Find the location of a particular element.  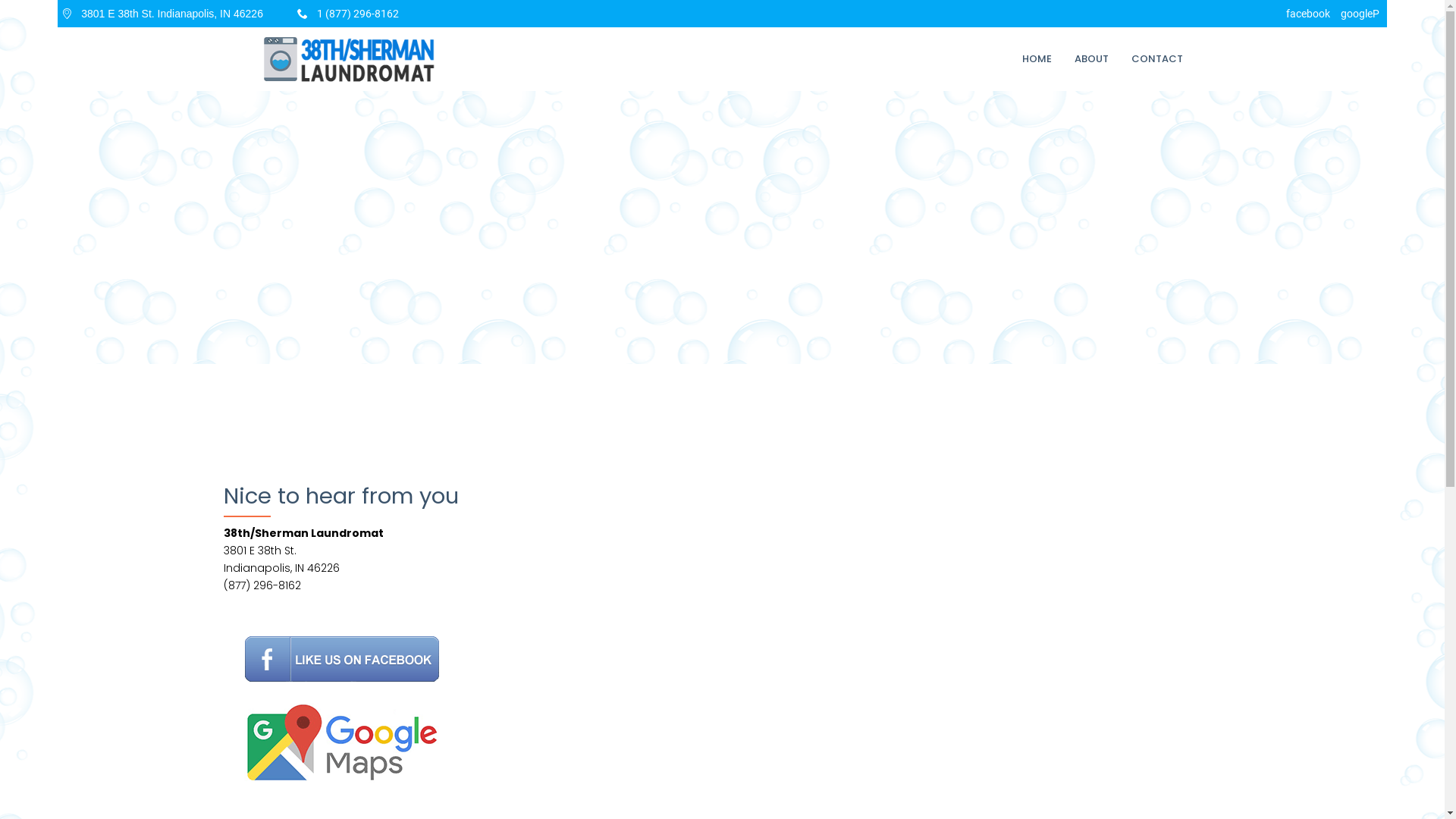

'CONTACT' is located at coordinates (1156, 58).